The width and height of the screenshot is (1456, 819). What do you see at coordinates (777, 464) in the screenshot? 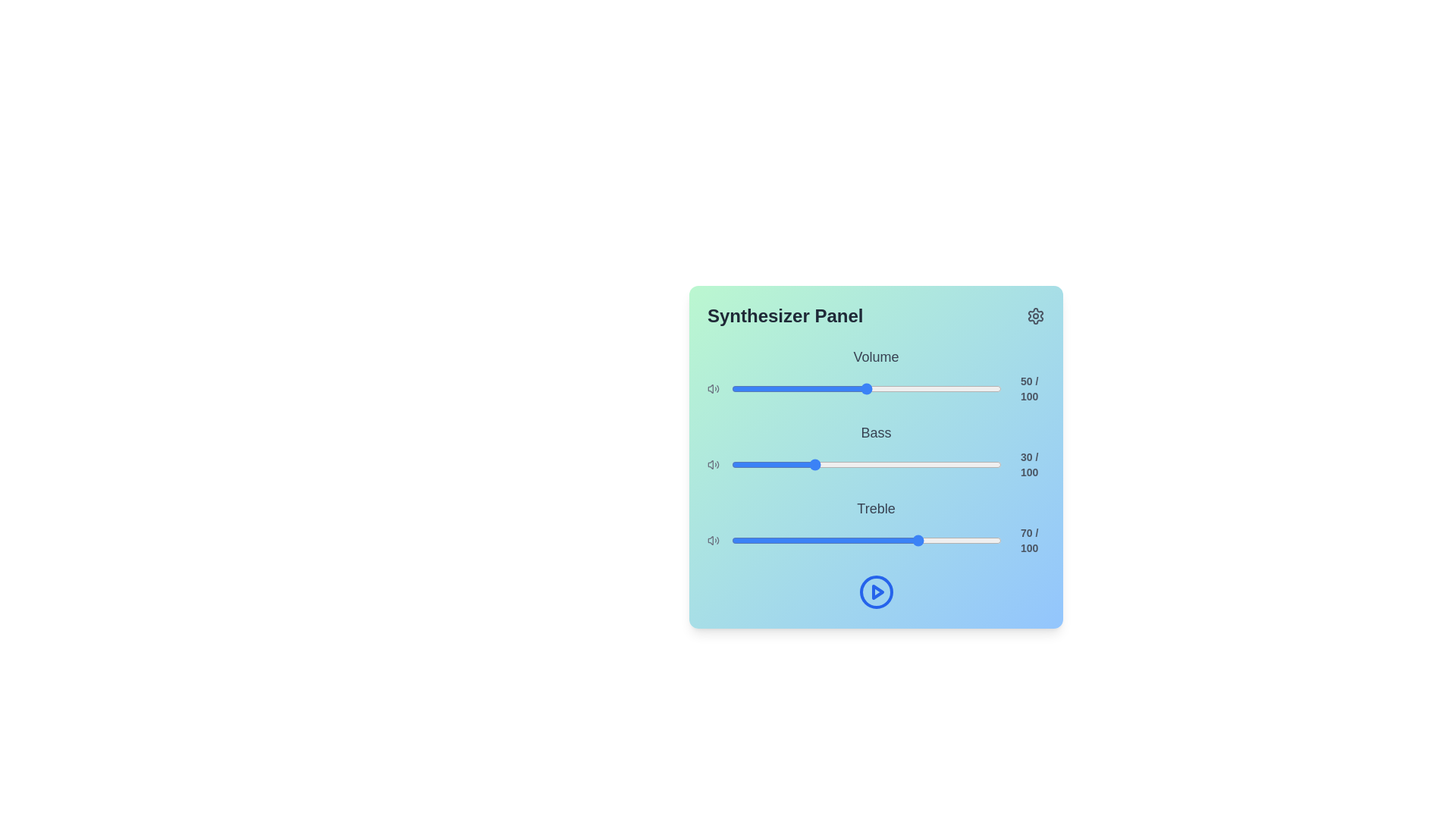
I see `the bass slider to set the bass level to 17` at bounding box center [777, 464].